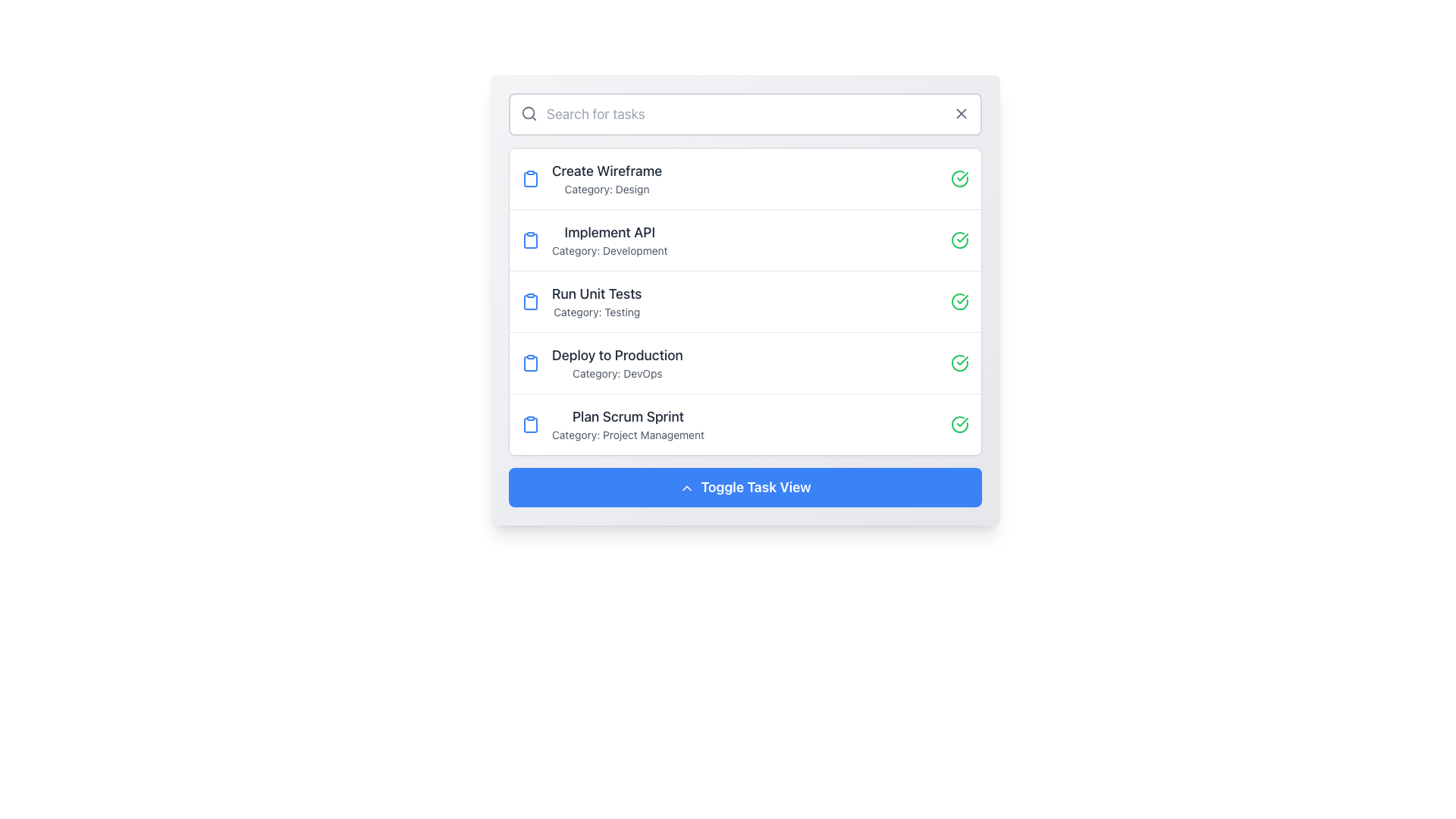  Describe the element at coordinates (628, 417) in the screenshot. I see `the text label displaying 'Plan Scrum Sprint', which is a bold title in a darker shade, positioned as the fifth item in a vertical list of tasks` at that location.